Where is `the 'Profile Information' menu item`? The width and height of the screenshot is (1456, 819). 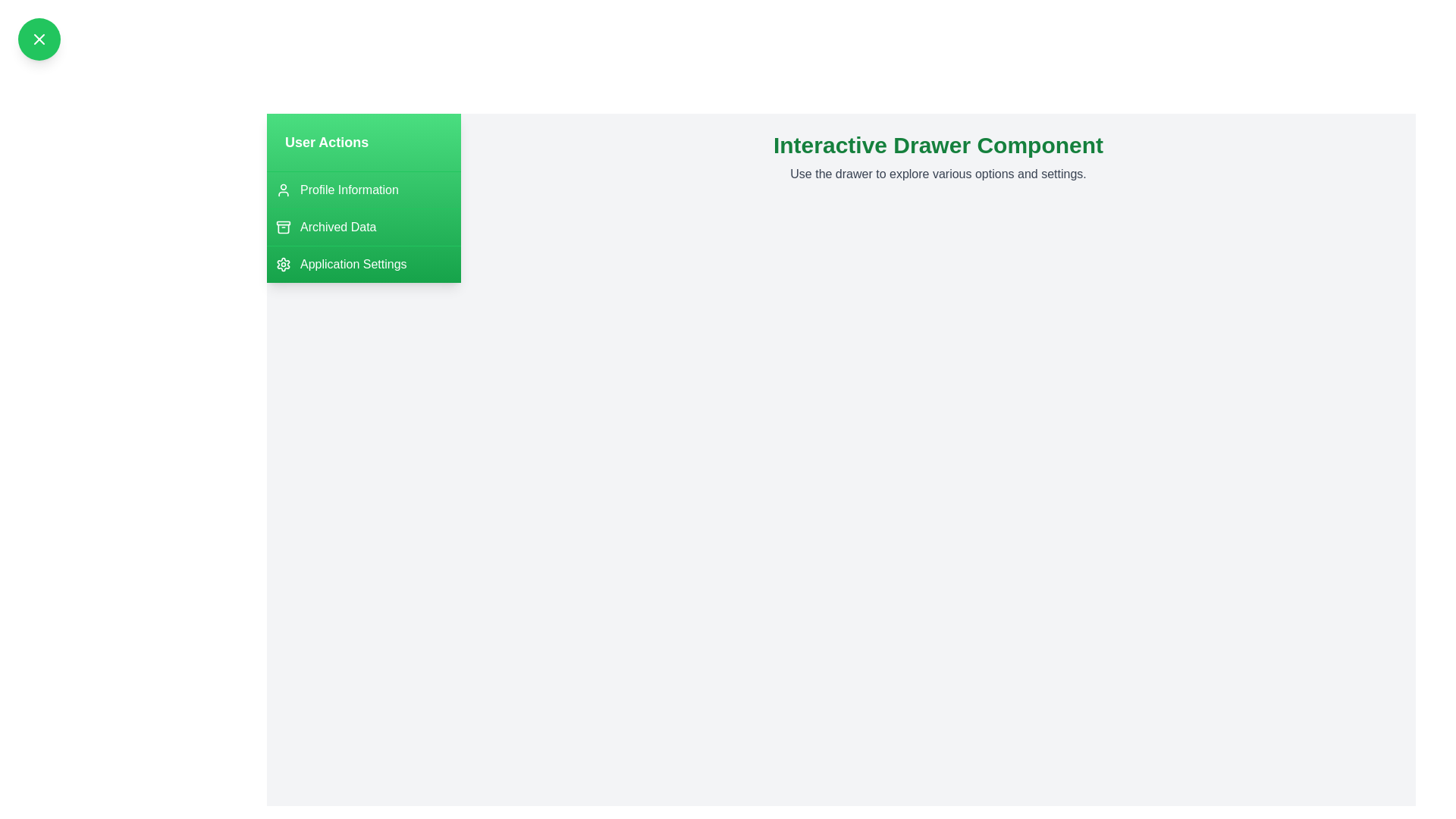 the 'Profile Information' menu item is located at coordinates (364, 189).